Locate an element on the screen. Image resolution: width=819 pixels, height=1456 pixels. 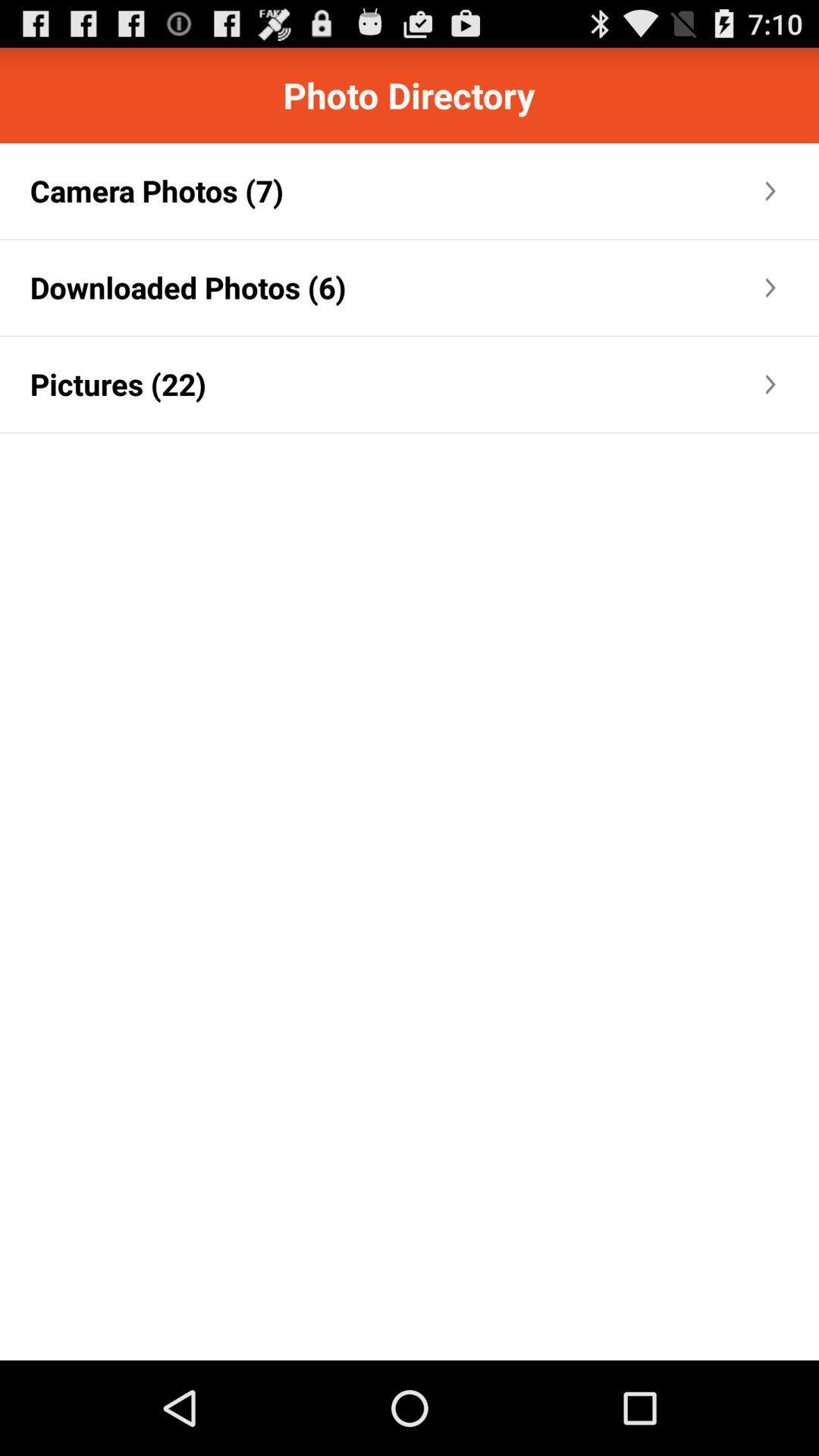
downloaded photos (6) item is located at coordinates (187, 287).